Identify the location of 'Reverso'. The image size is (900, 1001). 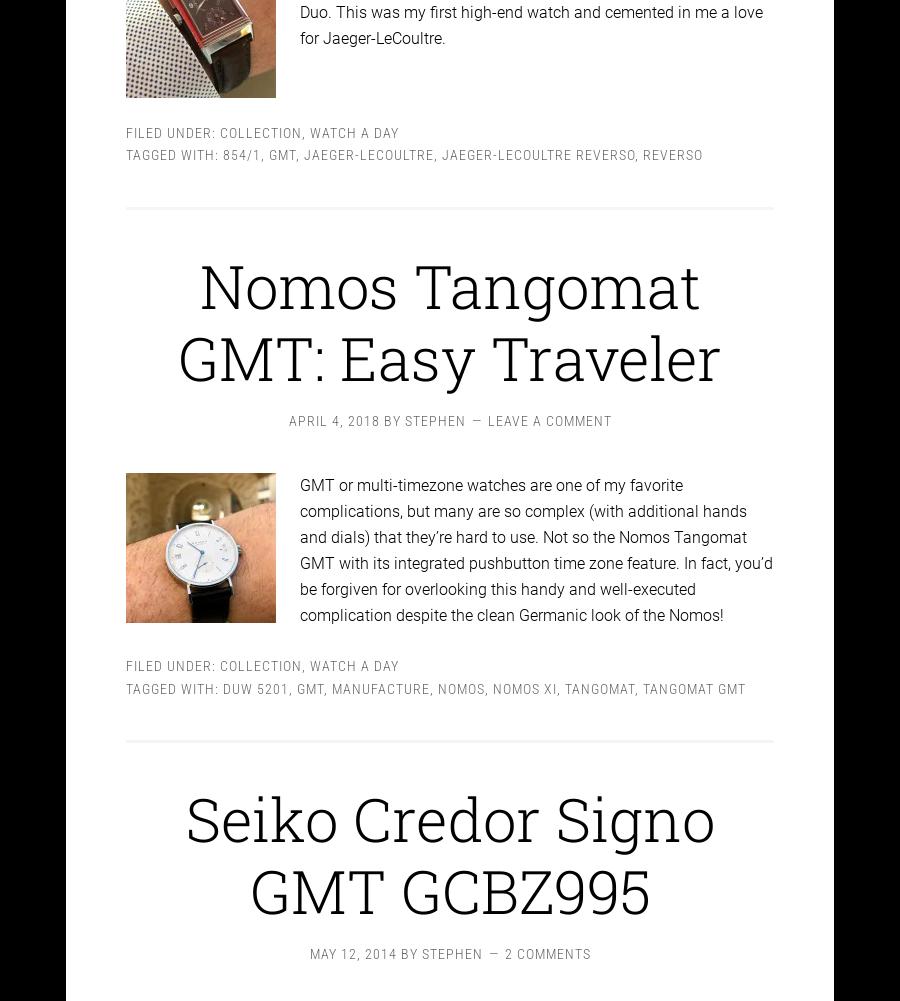
(673, 137).